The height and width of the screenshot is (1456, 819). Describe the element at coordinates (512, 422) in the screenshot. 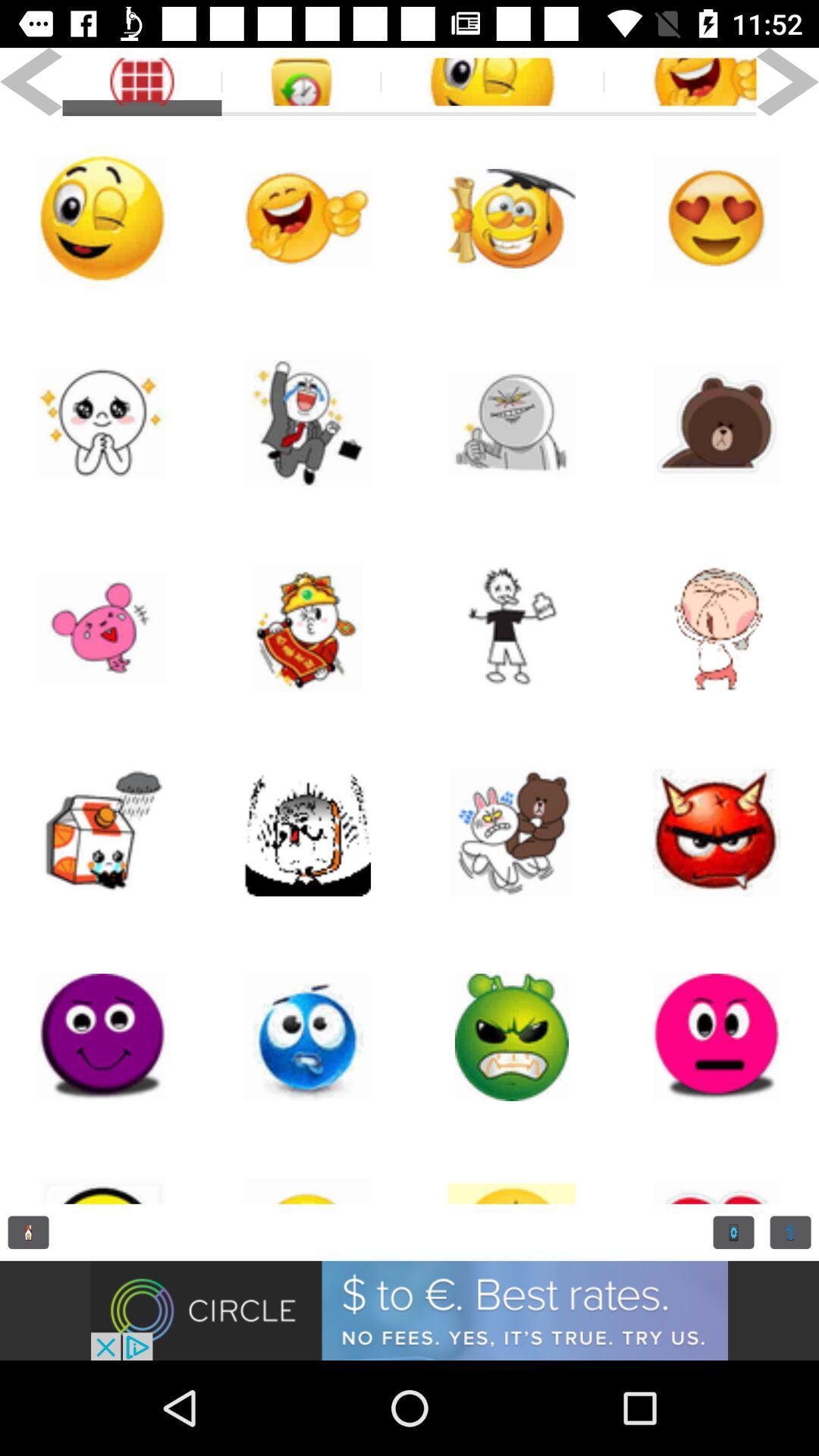

I see `this icon` at that location.